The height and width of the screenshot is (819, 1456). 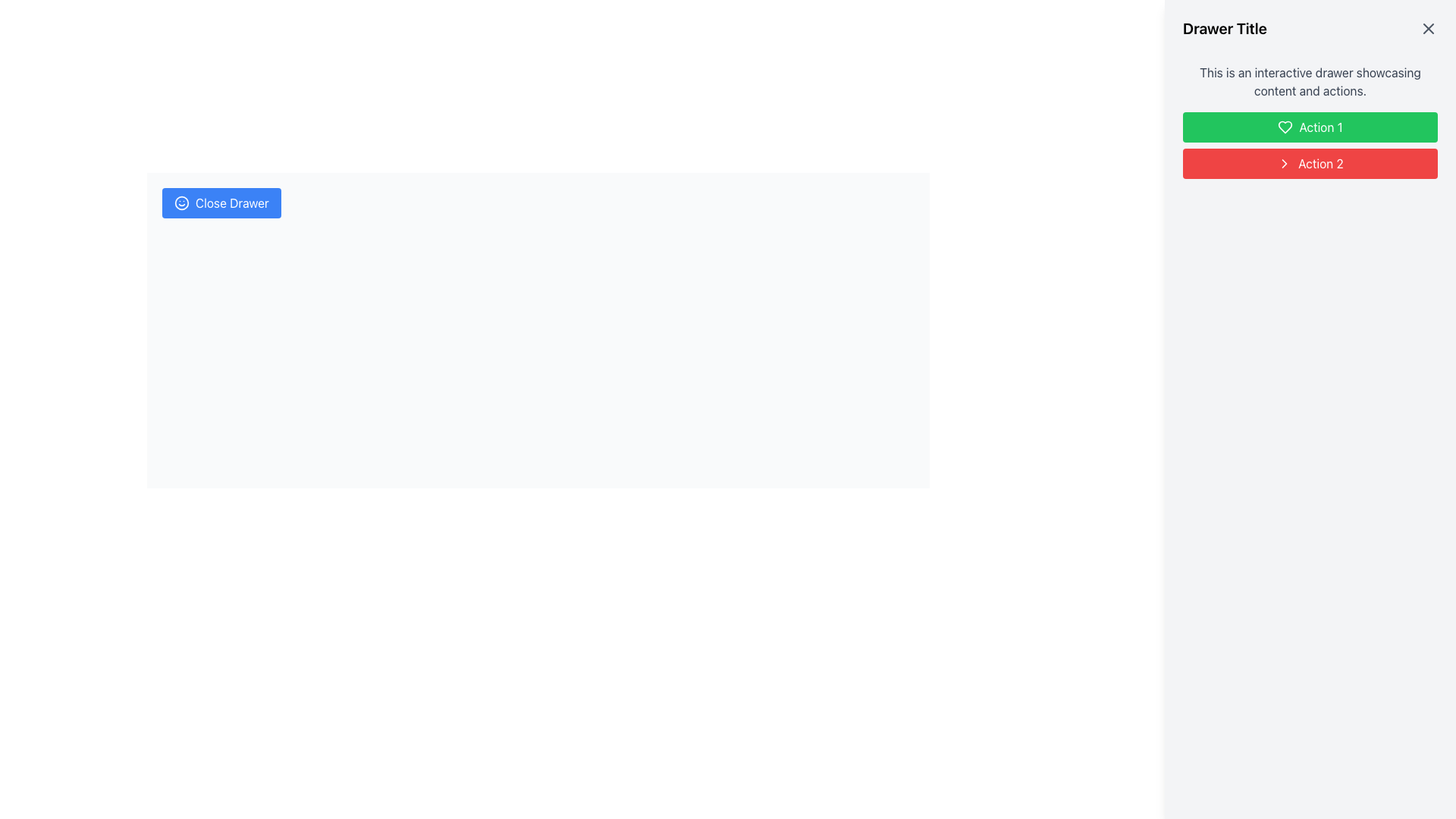 I want to click on the SVG Icon located inside the 'Action 2' button, positioned near its right side in the top-right corner of the interface, so click(x=1284, y=164).